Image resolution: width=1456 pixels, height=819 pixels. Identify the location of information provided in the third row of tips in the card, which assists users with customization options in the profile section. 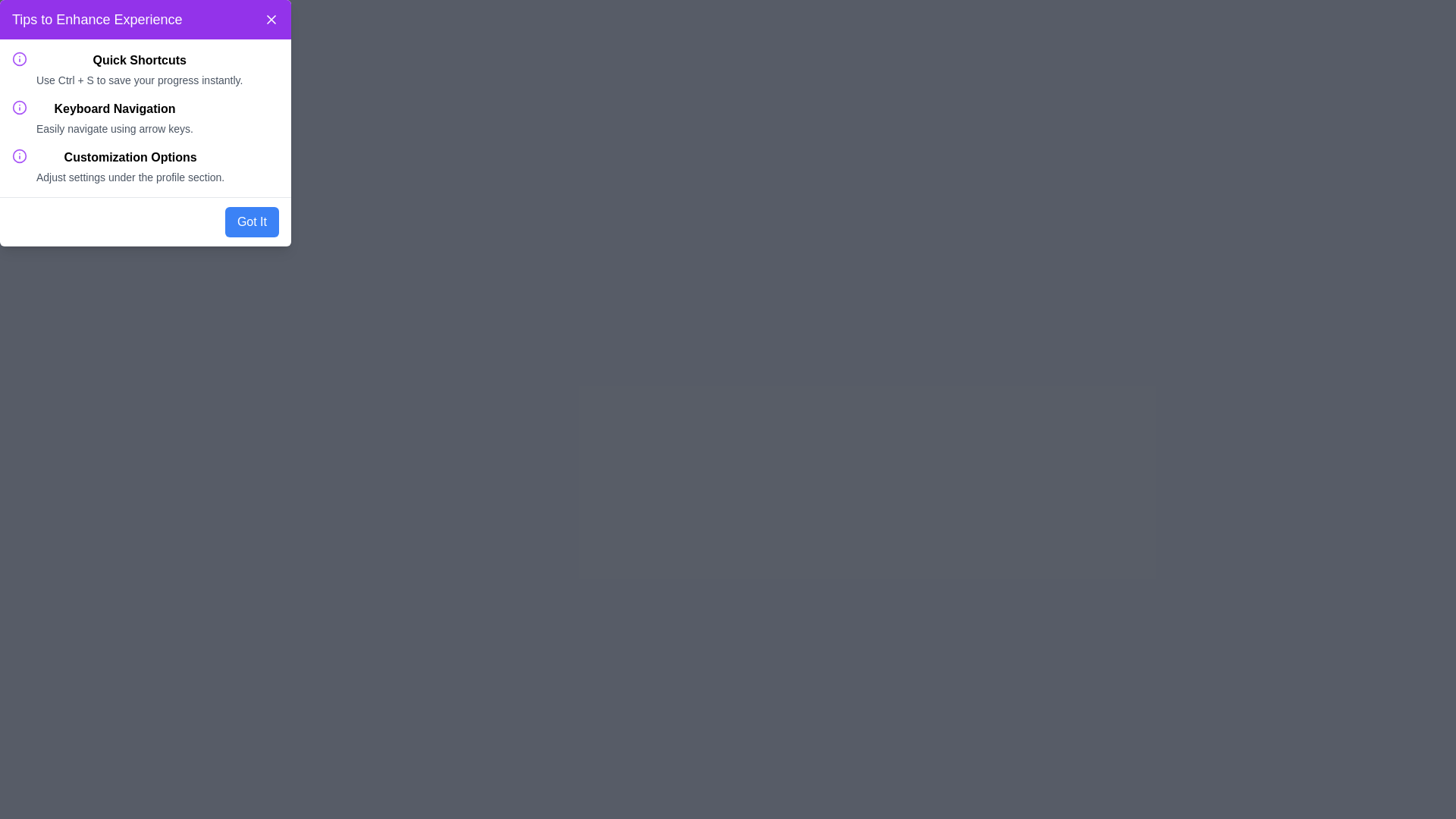
(146, 166).